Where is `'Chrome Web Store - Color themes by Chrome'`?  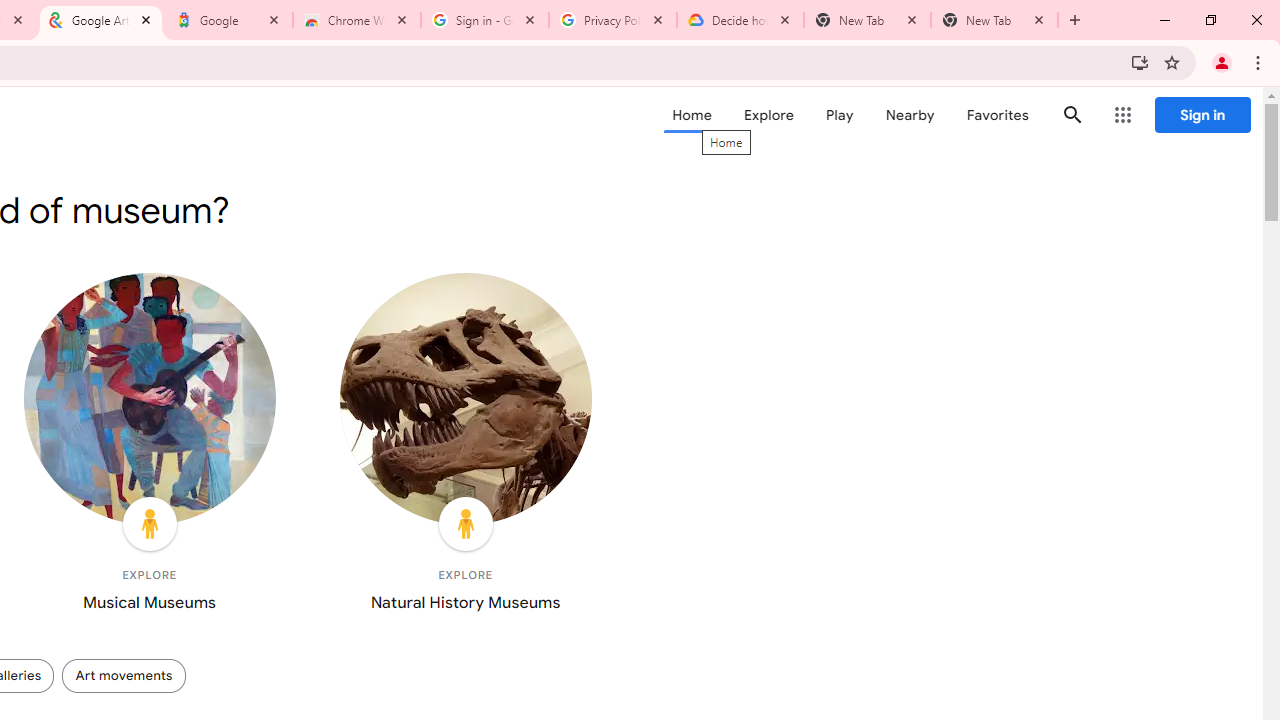 'Chrome Web Store - Color themes by Chrome' is located at coordinates (357, 20).